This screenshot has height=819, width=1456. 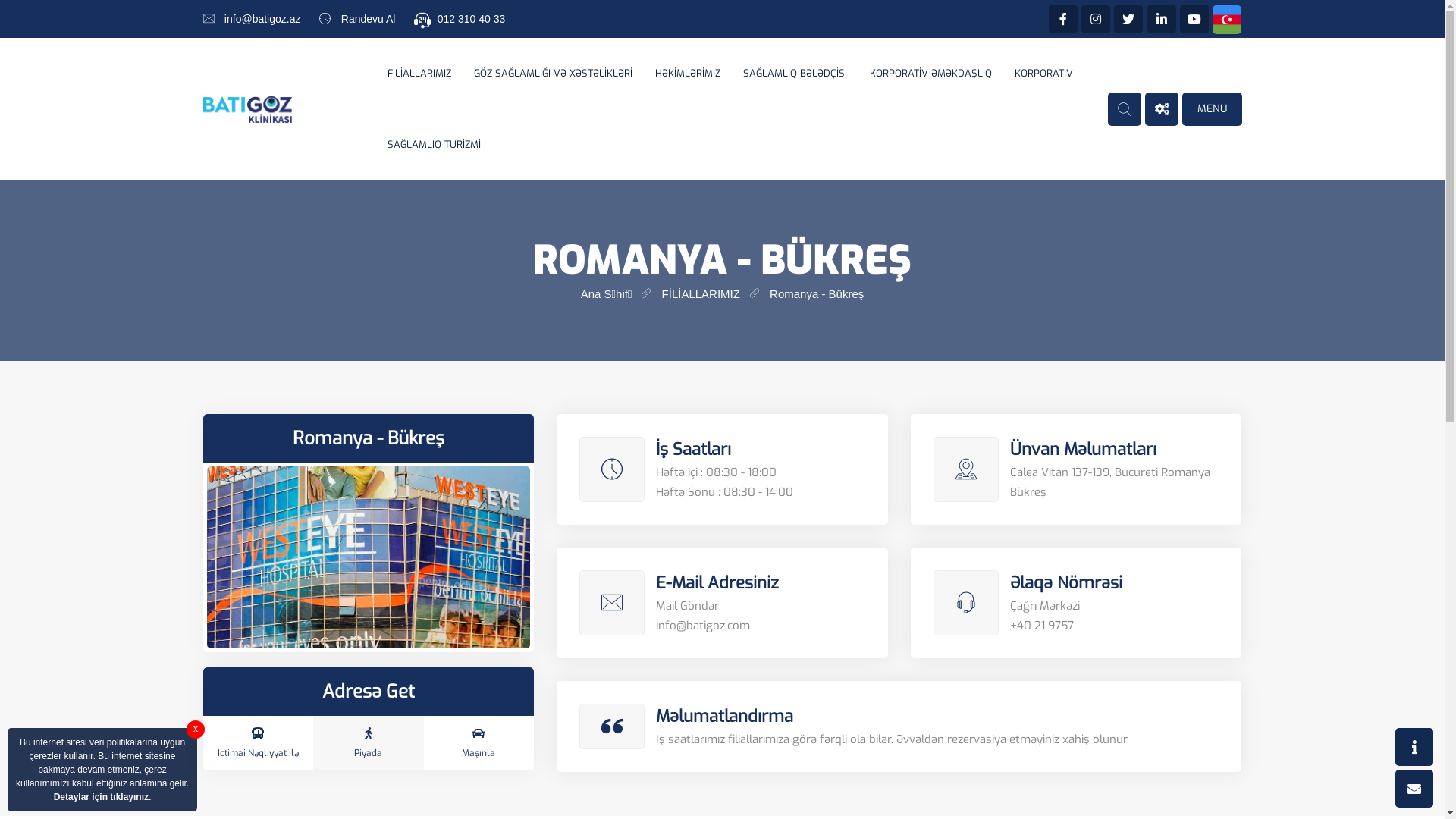 What do you see at coordinates (195, 728) in the screenshot?
I see `'x'` at bounding box center [195, 728].